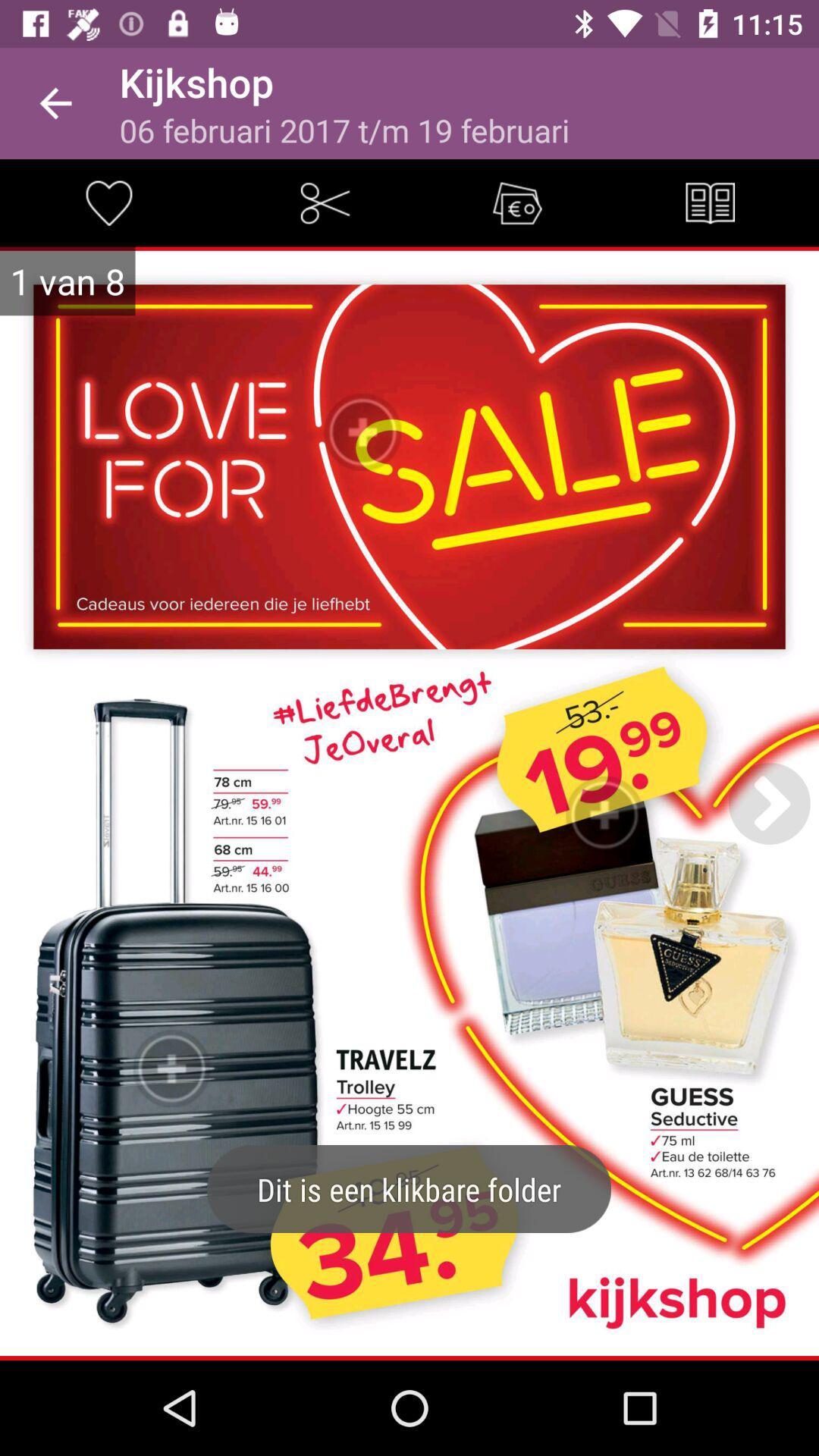 Image resolution: width=819 pixels, height=1456 pixels. I want to click on deals, so click(516, 202).